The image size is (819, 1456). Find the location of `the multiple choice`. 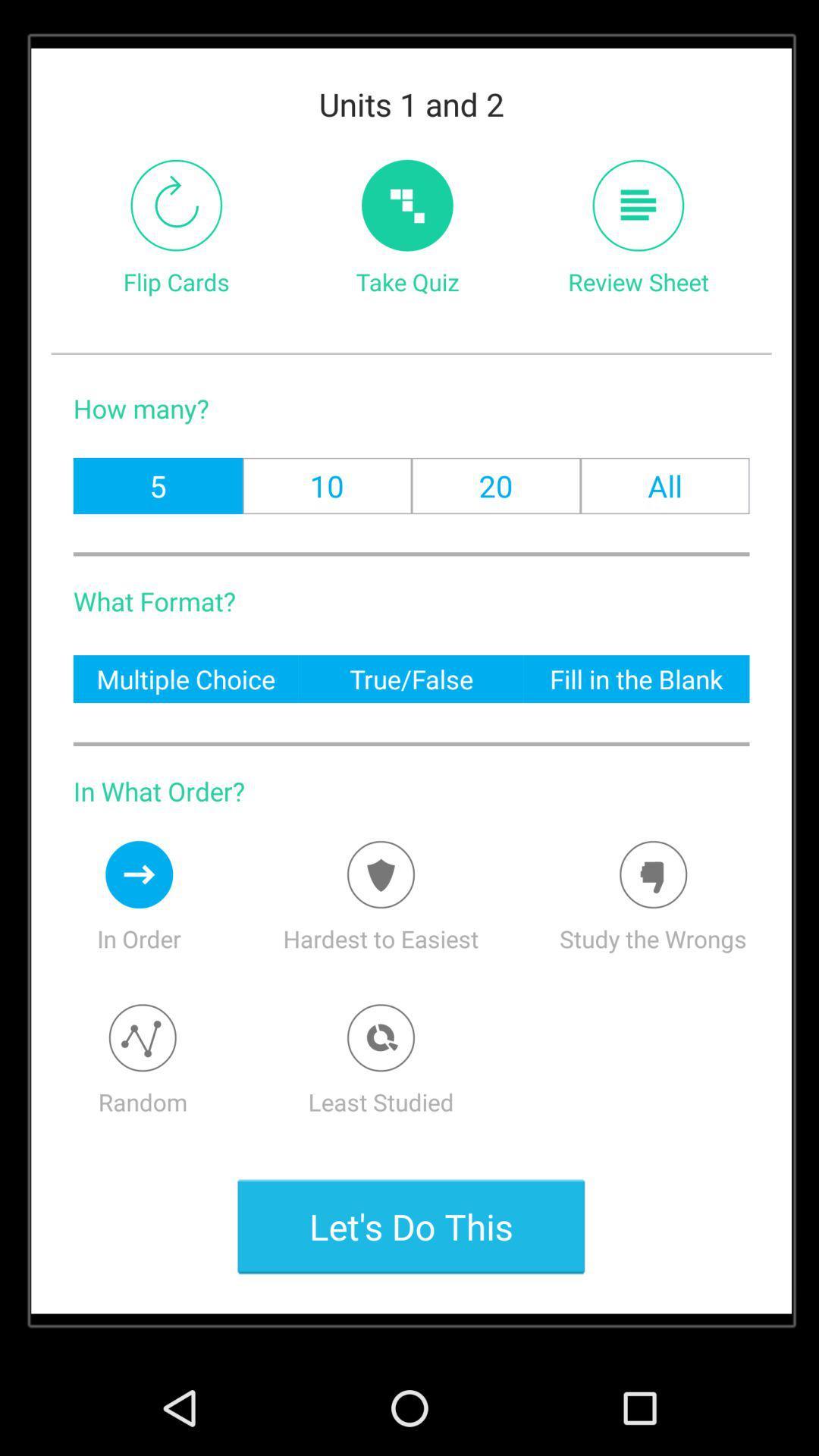

the multiple choice is located at coordinates (185, 678).